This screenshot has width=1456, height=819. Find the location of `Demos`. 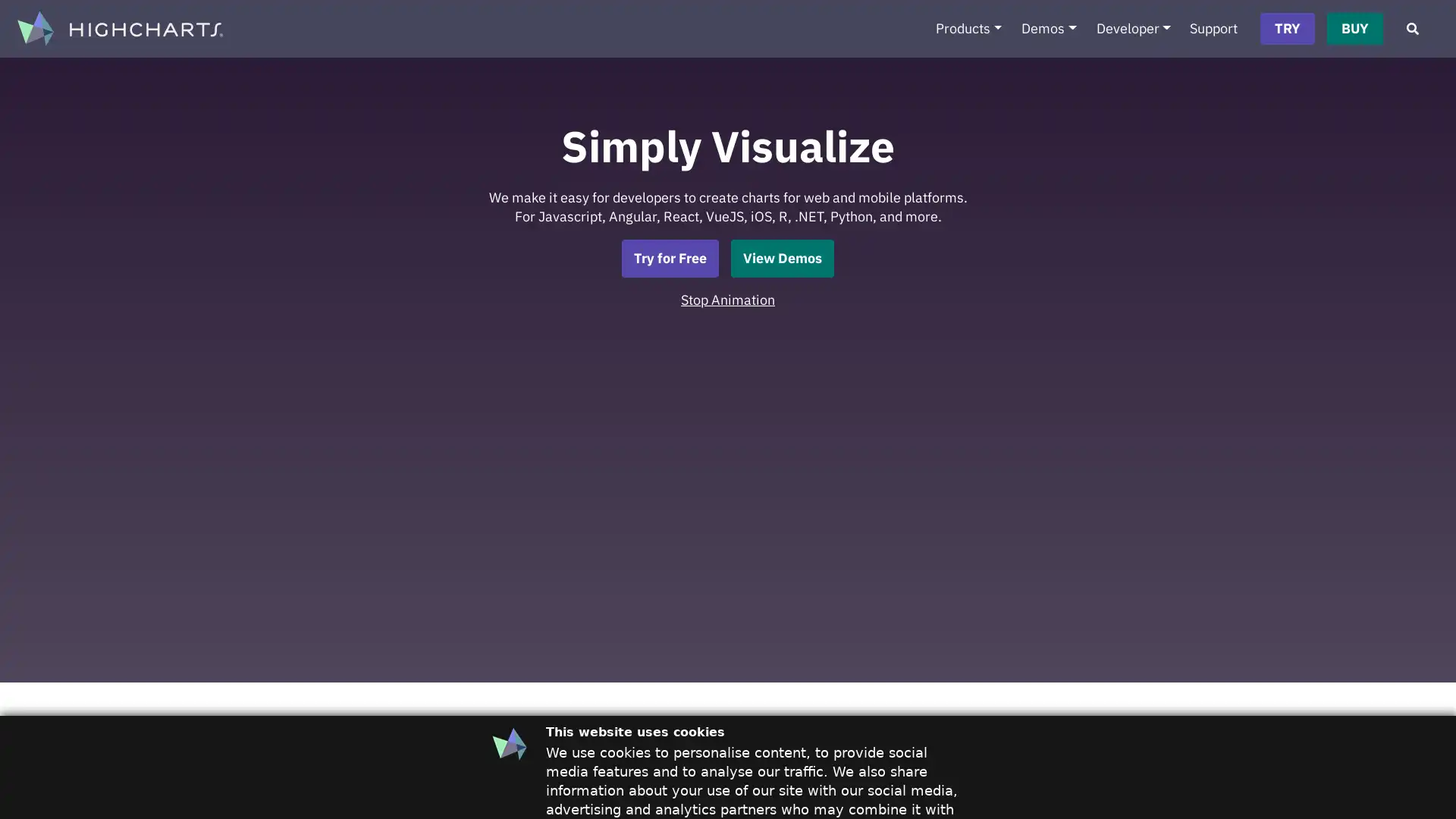

Demos is located at coordinates (1047, 29).